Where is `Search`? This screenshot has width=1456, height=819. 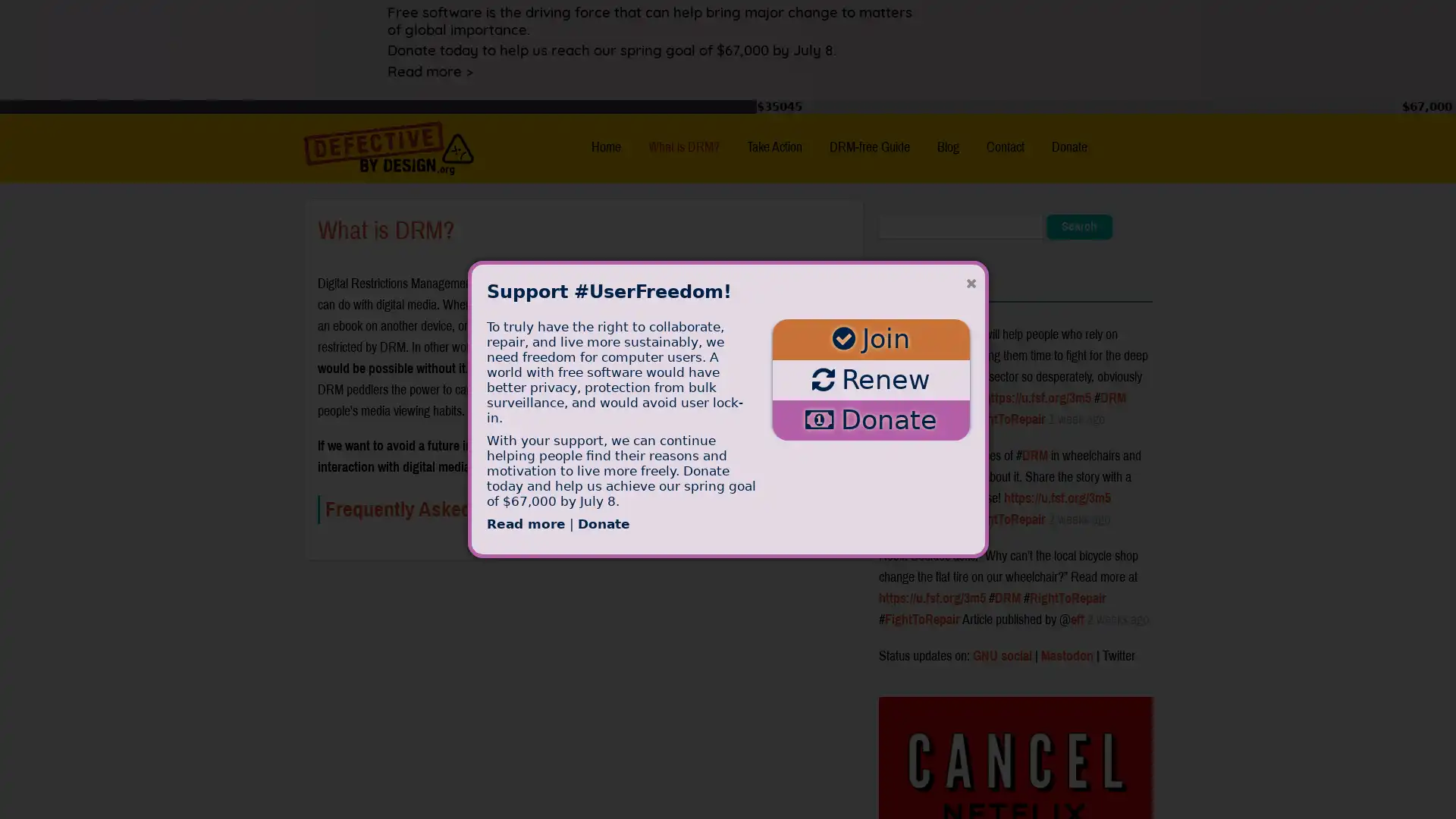
Search is located at coordinates (1078, 227).